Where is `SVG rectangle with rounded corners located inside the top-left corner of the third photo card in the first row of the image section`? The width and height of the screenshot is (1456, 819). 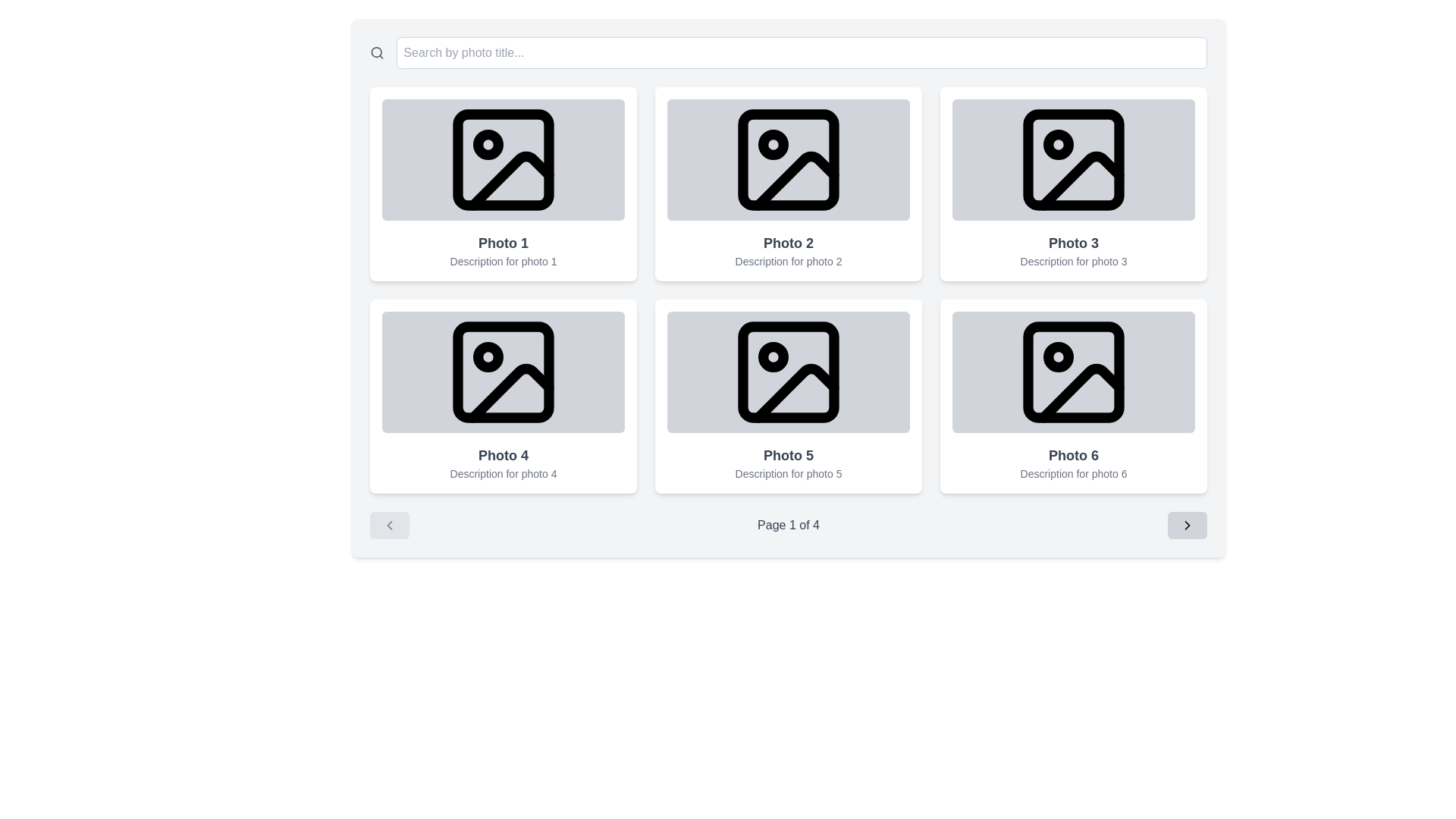
SVG rectangle with rounded corners located inside the top-left corner of the third photo card in the first row of the image section is located at coordinates (1073, 160).